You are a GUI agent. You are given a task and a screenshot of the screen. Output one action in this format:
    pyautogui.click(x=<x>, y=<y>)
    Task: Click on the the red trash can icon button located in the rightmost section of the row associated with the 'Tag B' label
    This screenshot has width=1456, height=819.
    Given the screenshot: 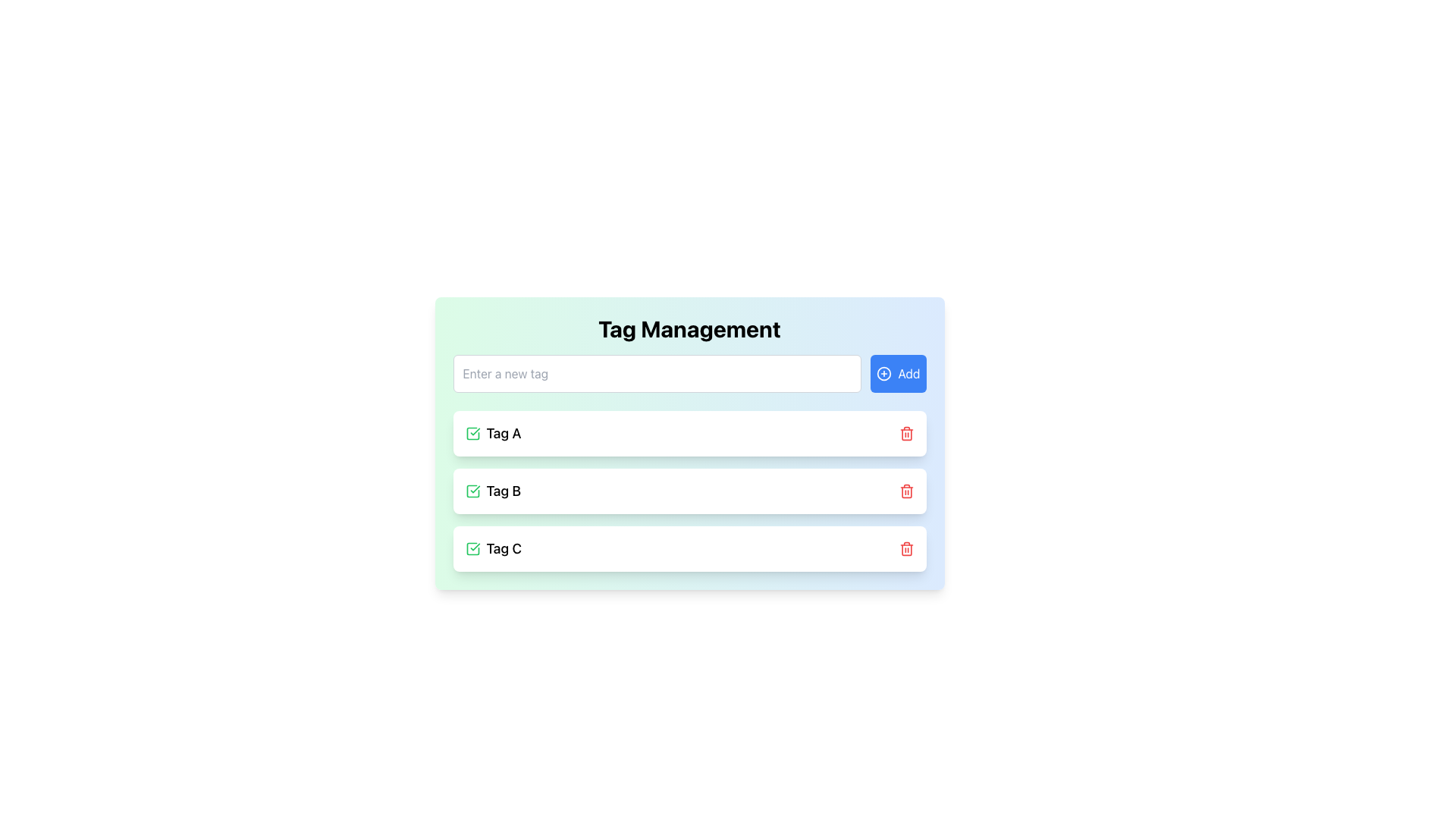 What is the action you would take?
    pyautogui.click(x=906, y=491)
    